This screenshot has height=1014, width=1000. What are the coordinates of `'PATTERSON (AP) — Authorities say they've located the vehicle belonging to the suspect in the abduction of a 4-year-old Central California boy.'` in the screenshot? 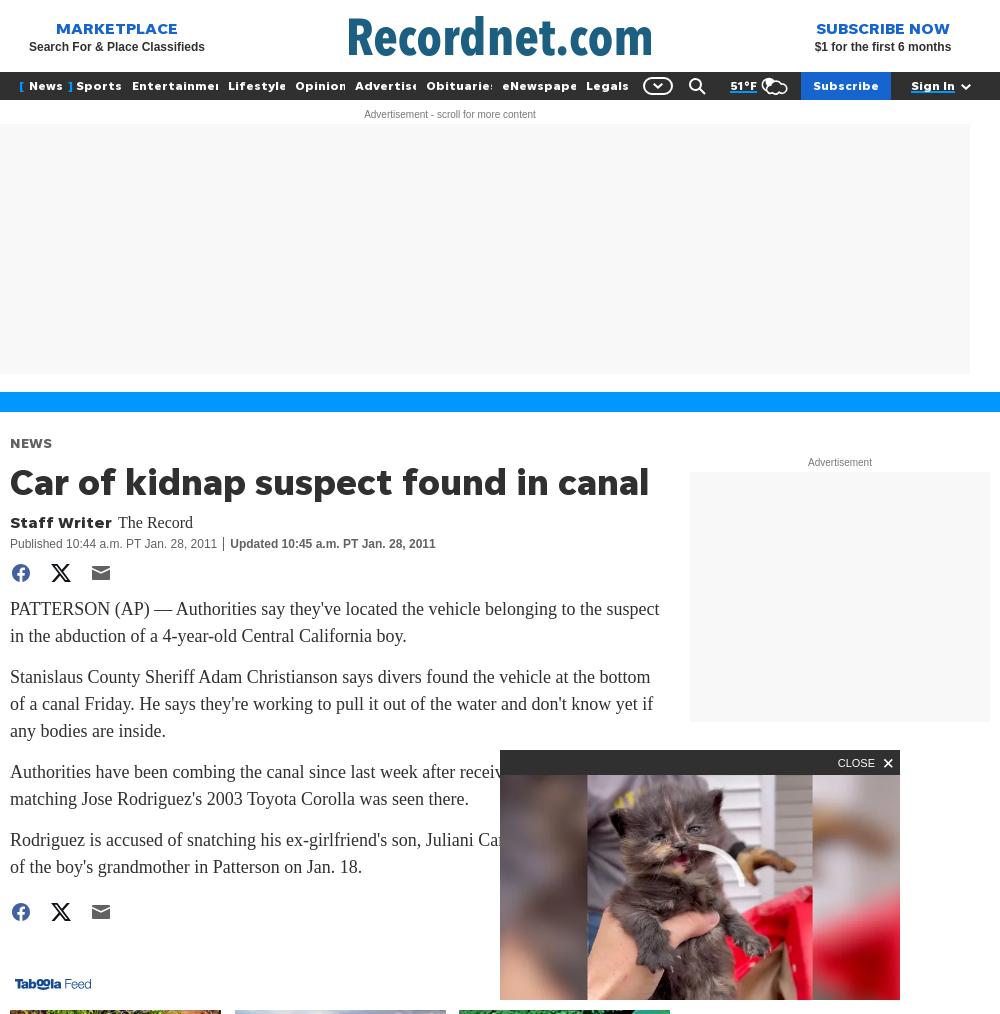 It's located at (333, 622).